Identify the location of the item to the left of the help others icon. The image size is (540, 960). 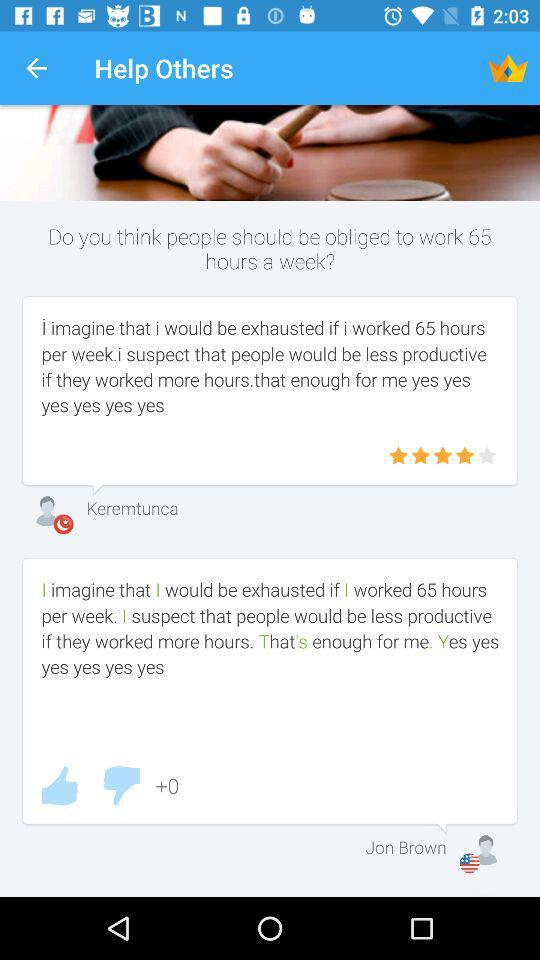
(36, 68).